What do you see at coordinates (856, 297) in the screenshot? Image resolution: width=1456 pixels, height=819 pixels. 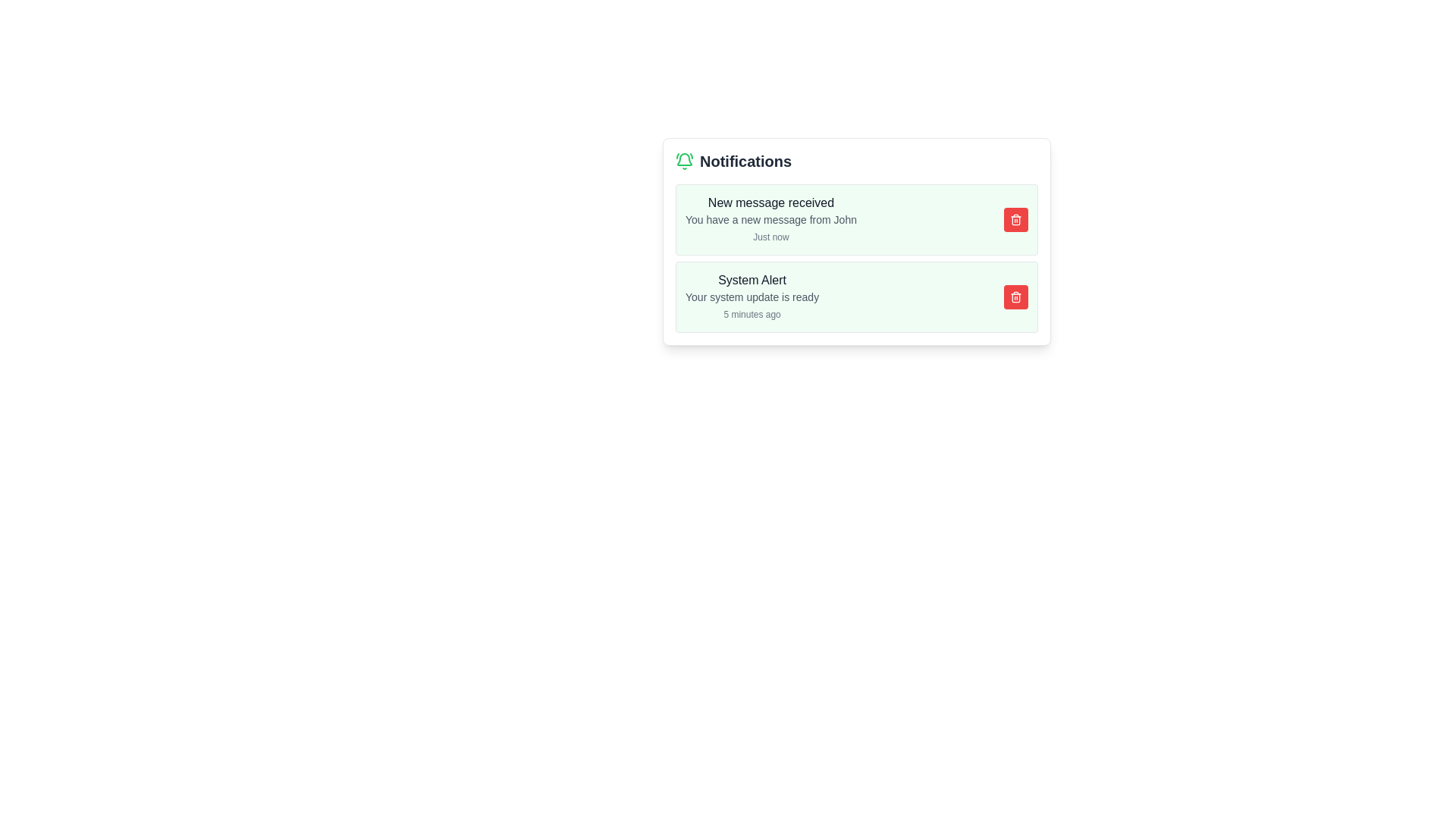 I see `the second notification card in the 'Notifications' section that informs users about a system update` at bounding box center [856, 297].